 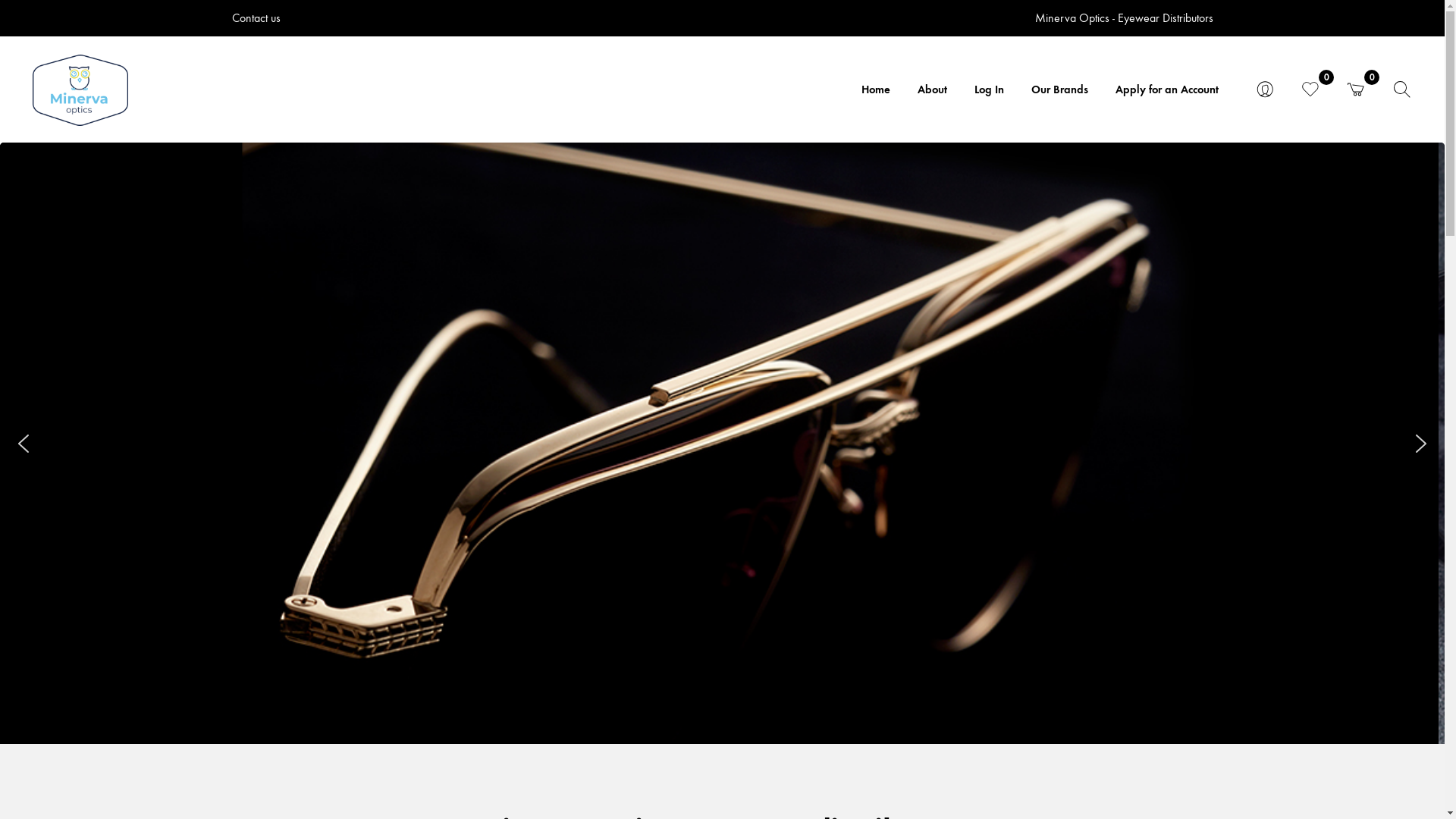 I want to click on 'Contact us', so click(x=256, y=17).